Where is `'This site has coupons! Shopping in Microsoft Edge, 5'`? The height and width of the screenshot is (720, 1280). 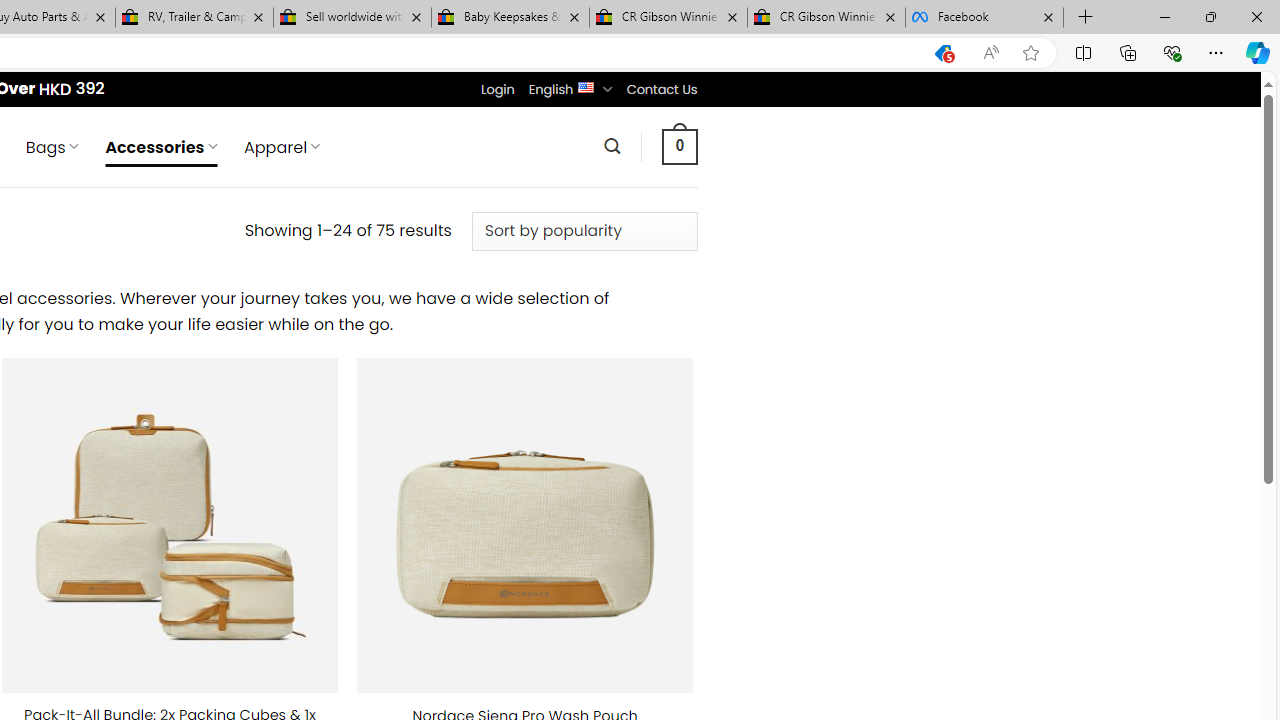
'This site has coupons! Shopping in Microsoft Edge, 5' is located at coordinates (942, 52).